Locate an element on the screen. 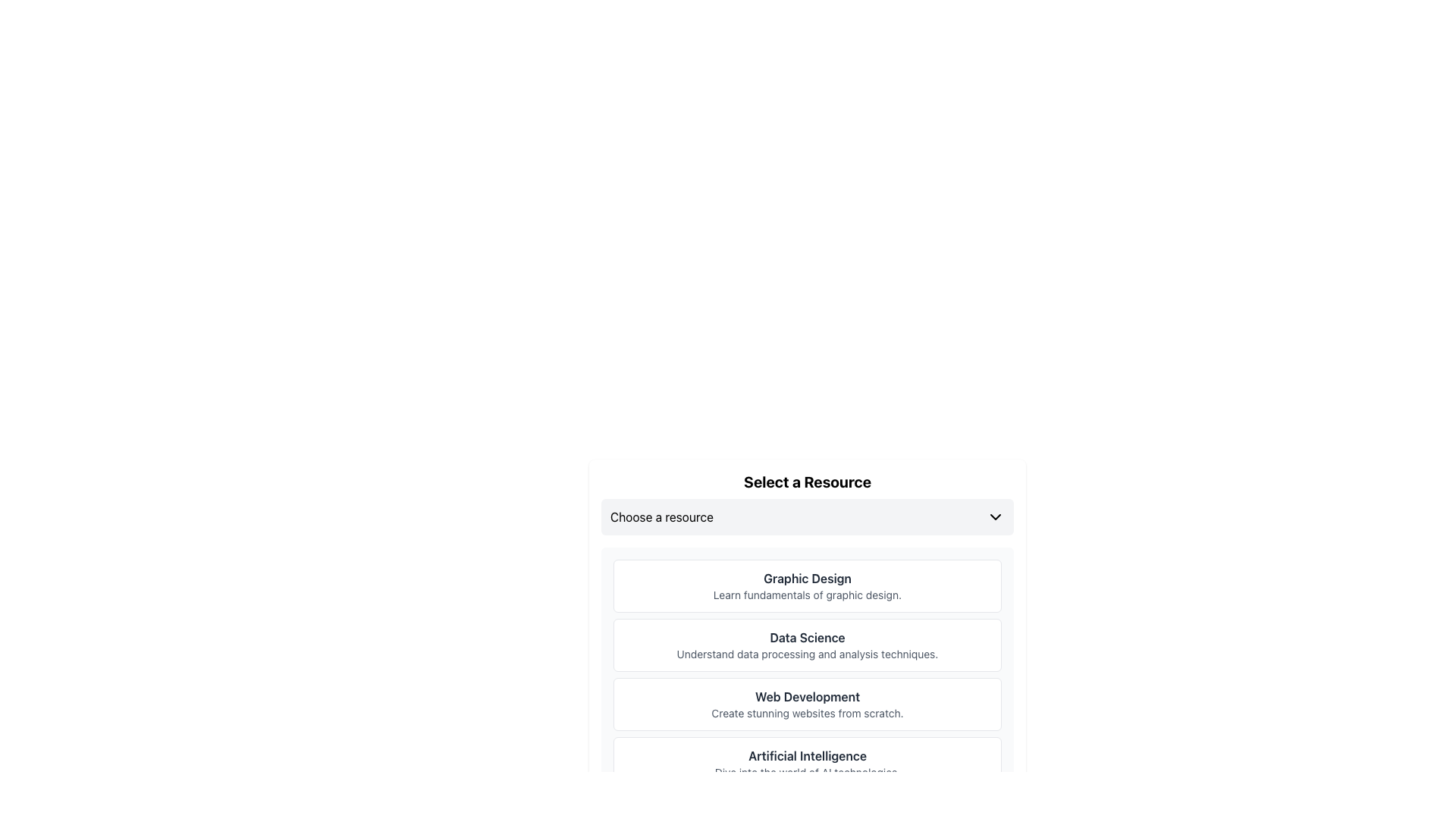  the fourth card titled 'Artificial Intelligence' in the vertical list under 'Select a Resource' is located at coordinates (807, 763).